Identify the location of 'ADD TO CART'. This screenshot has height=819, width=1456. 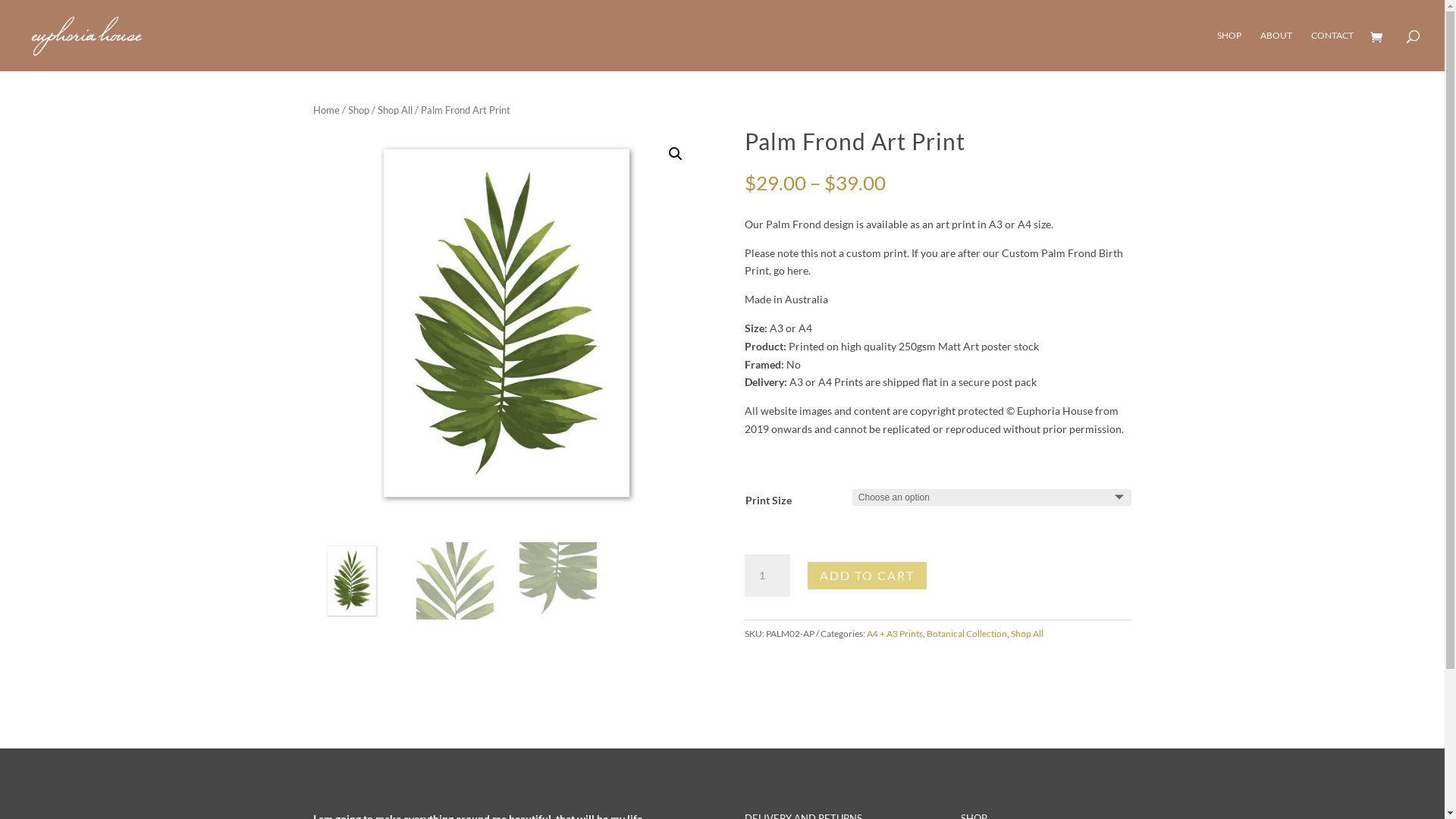
(867, 576).